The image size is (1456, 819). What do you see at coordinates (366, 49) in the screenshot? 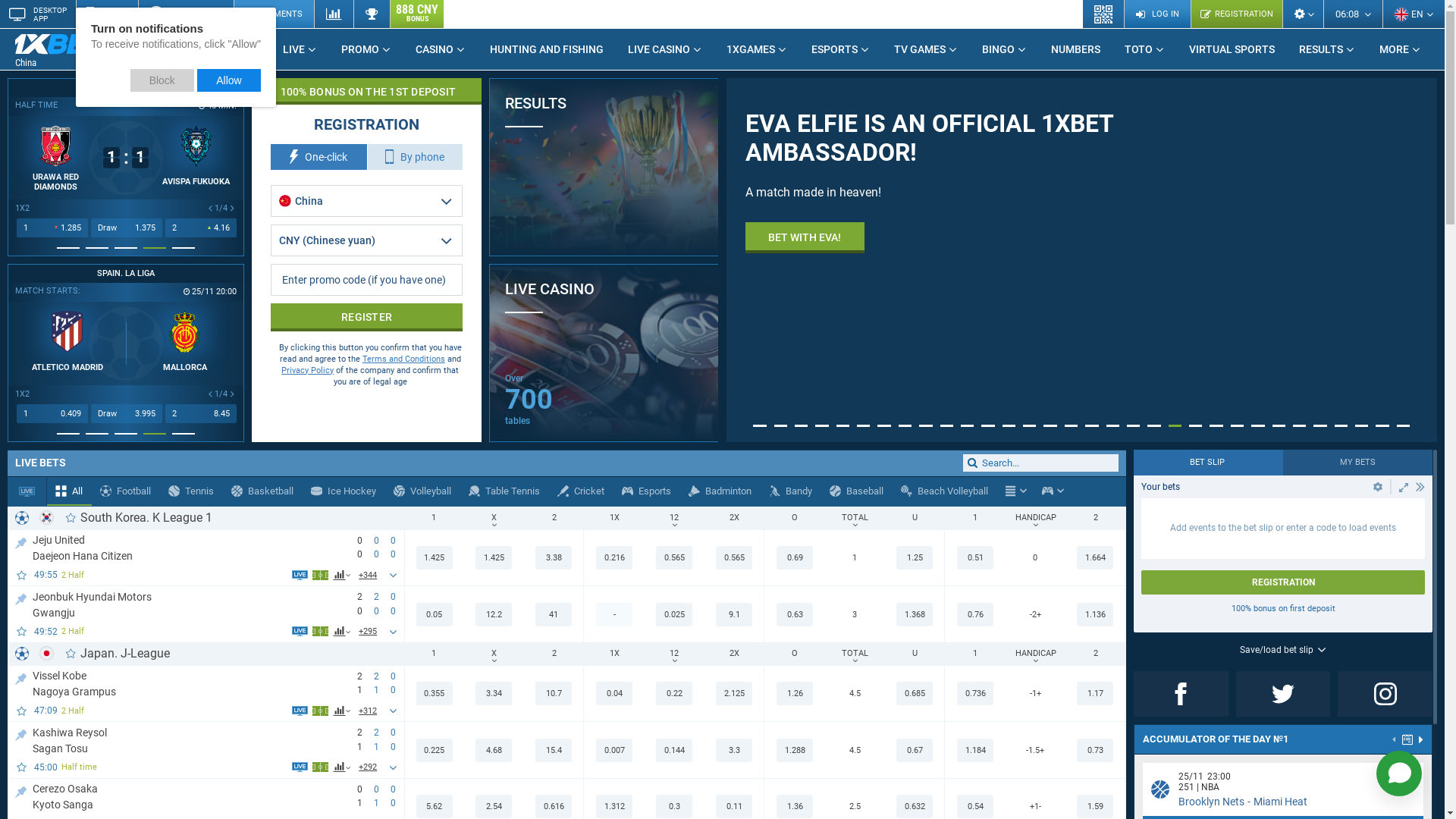
I see `'PROMO'` at bounding box center [366, 49].